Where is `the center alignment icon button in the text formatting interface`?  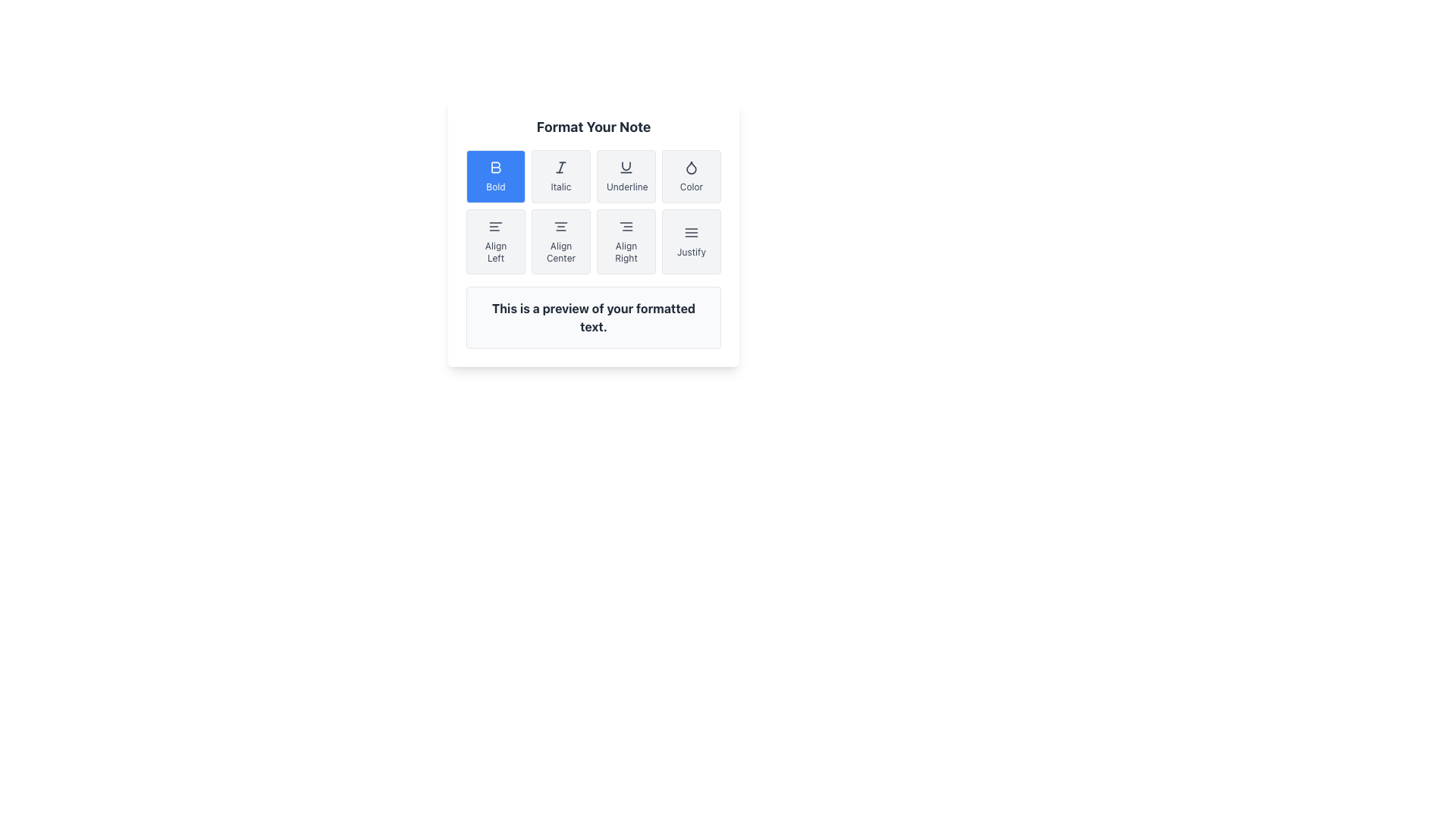
the center alignment icon button in the text formatting interface is located at coordinates (560, 227).